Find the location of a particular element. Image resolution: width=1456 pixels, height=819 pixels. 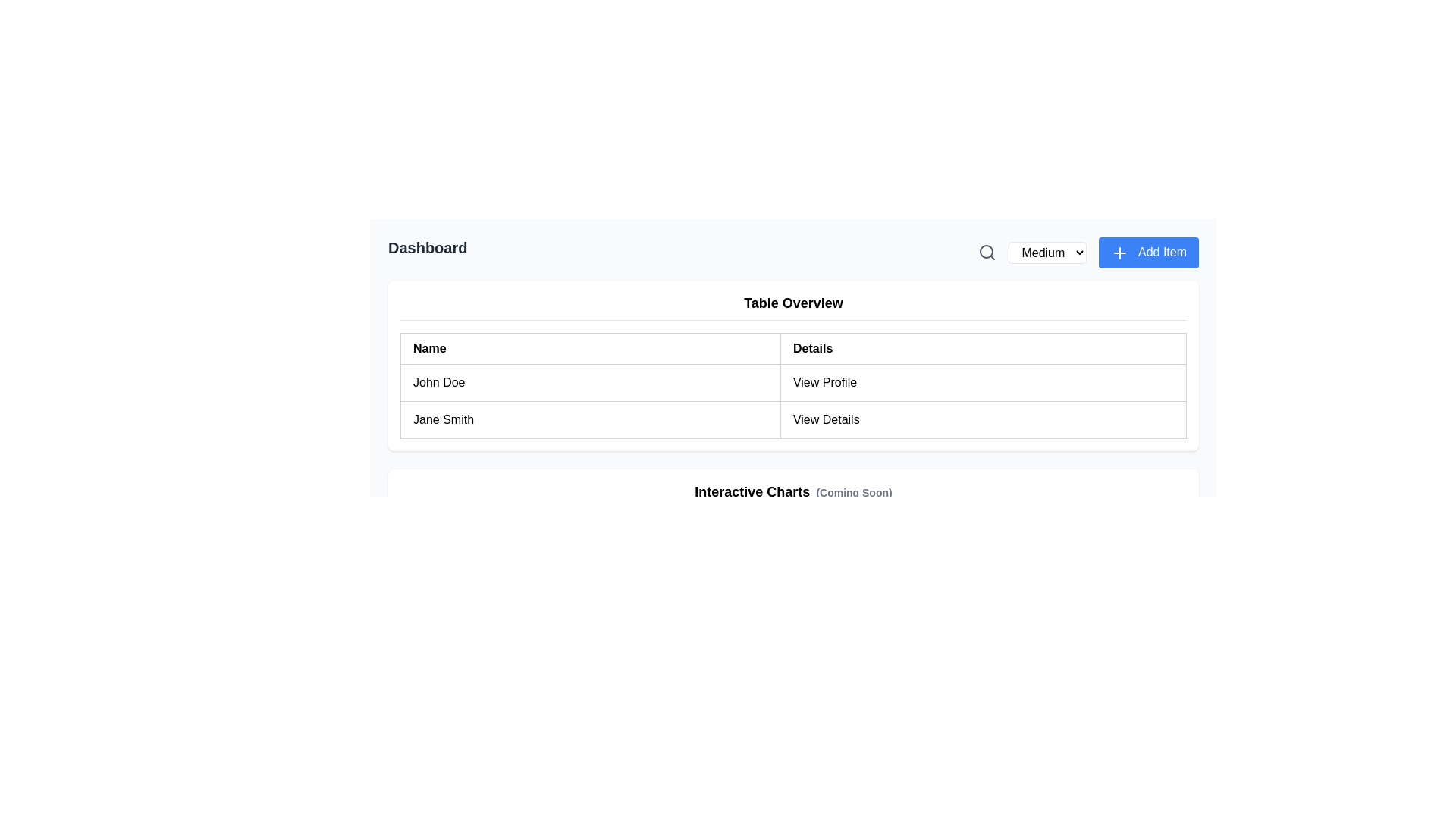

the SVG circle element that represents the search function, which is located to the left of the 'Medium' dropdown and to the right of the main header bar is located at coordinates (987, 251).